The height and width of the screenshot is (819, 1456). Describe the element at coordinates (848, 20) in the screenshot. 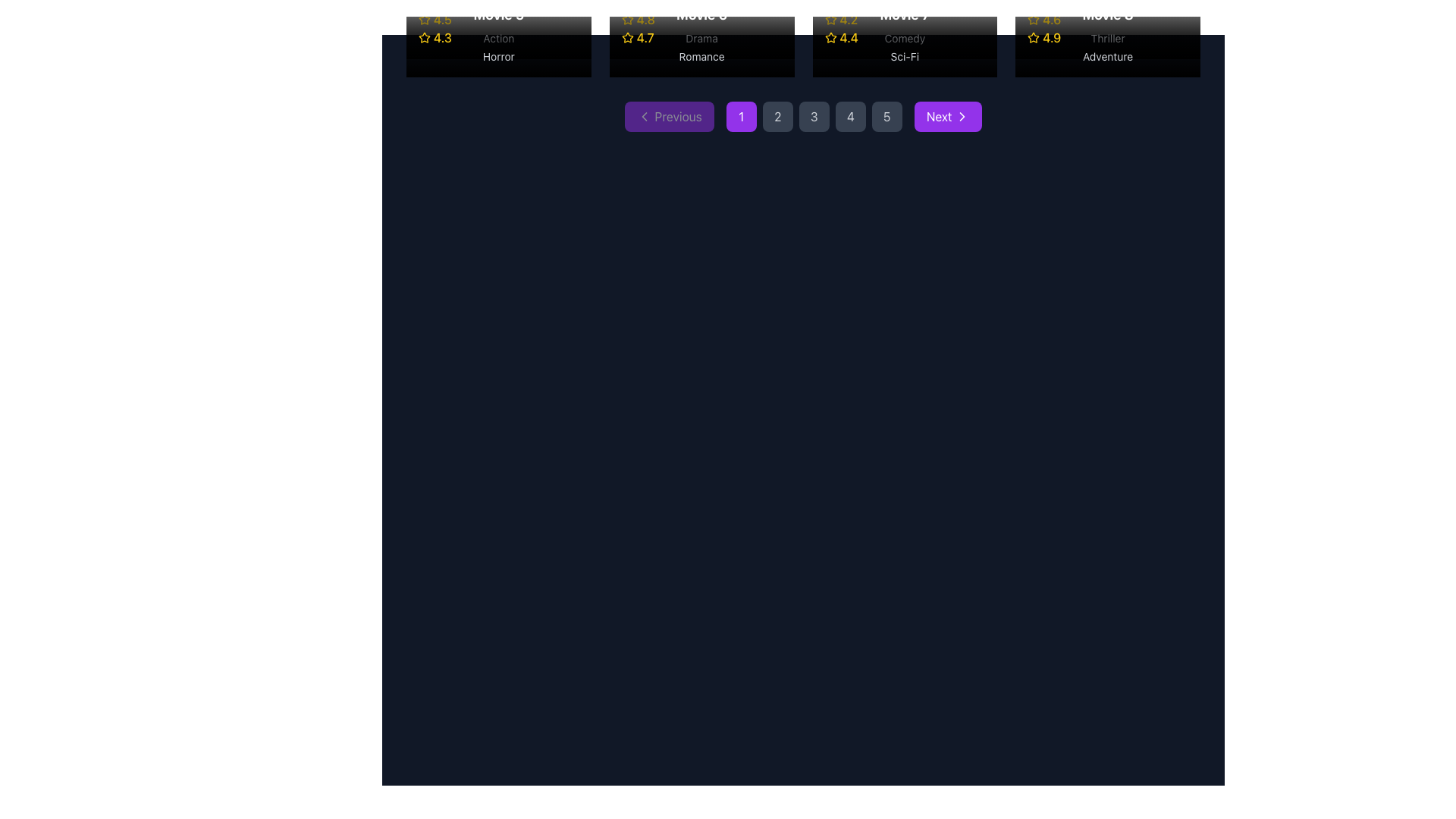

I see `numeric value '4.2' displayed in bold yellow font within the content group for 'Movie 9', which is part of a rating system adjacent to a yellow star icon` at that location.